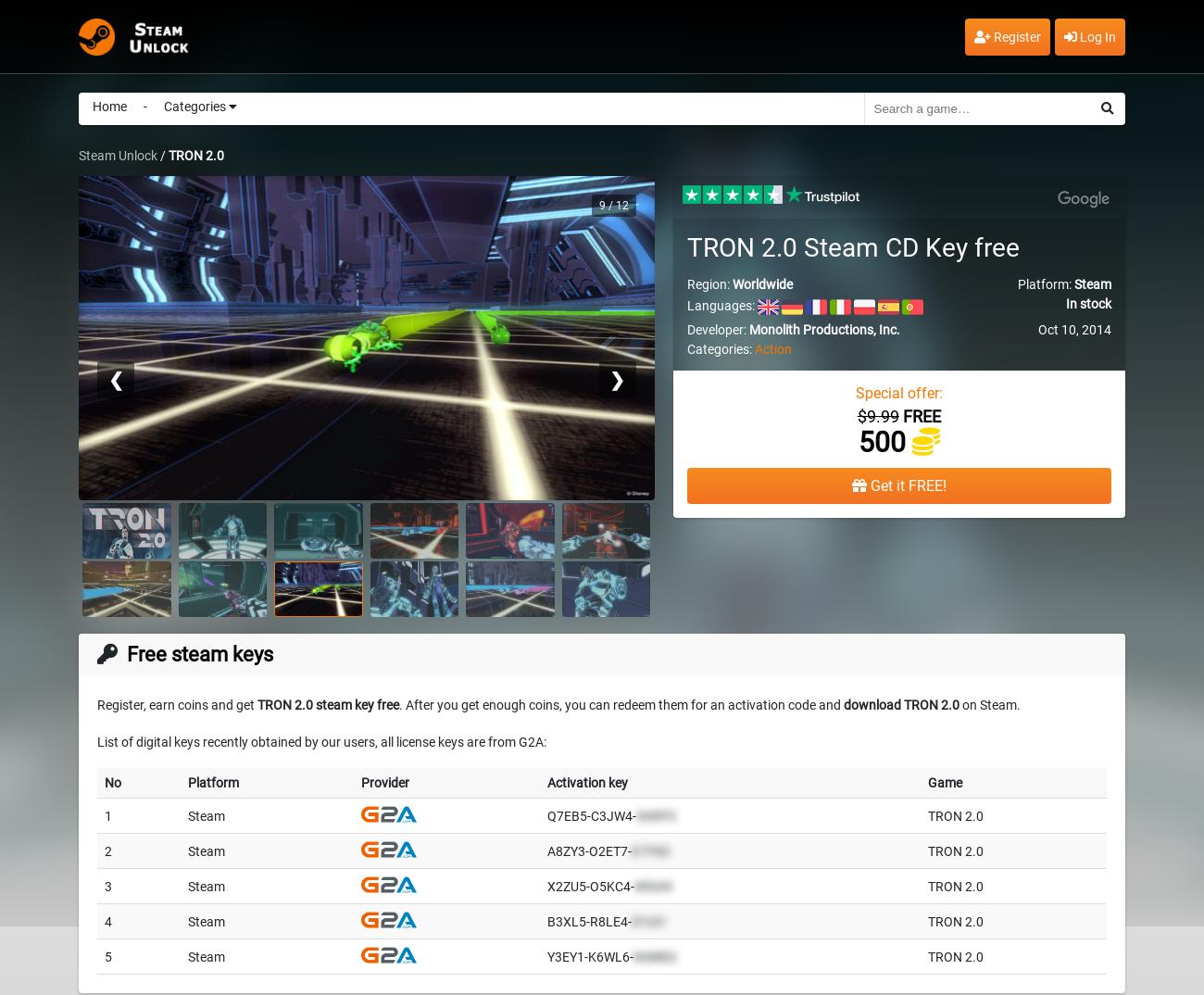 The width and height of the screenshot is (1204, 995). What do you see at coordinates (655, 814) in the screenshot?
I see `'X6RP3'` at bounding box center [655, 814].